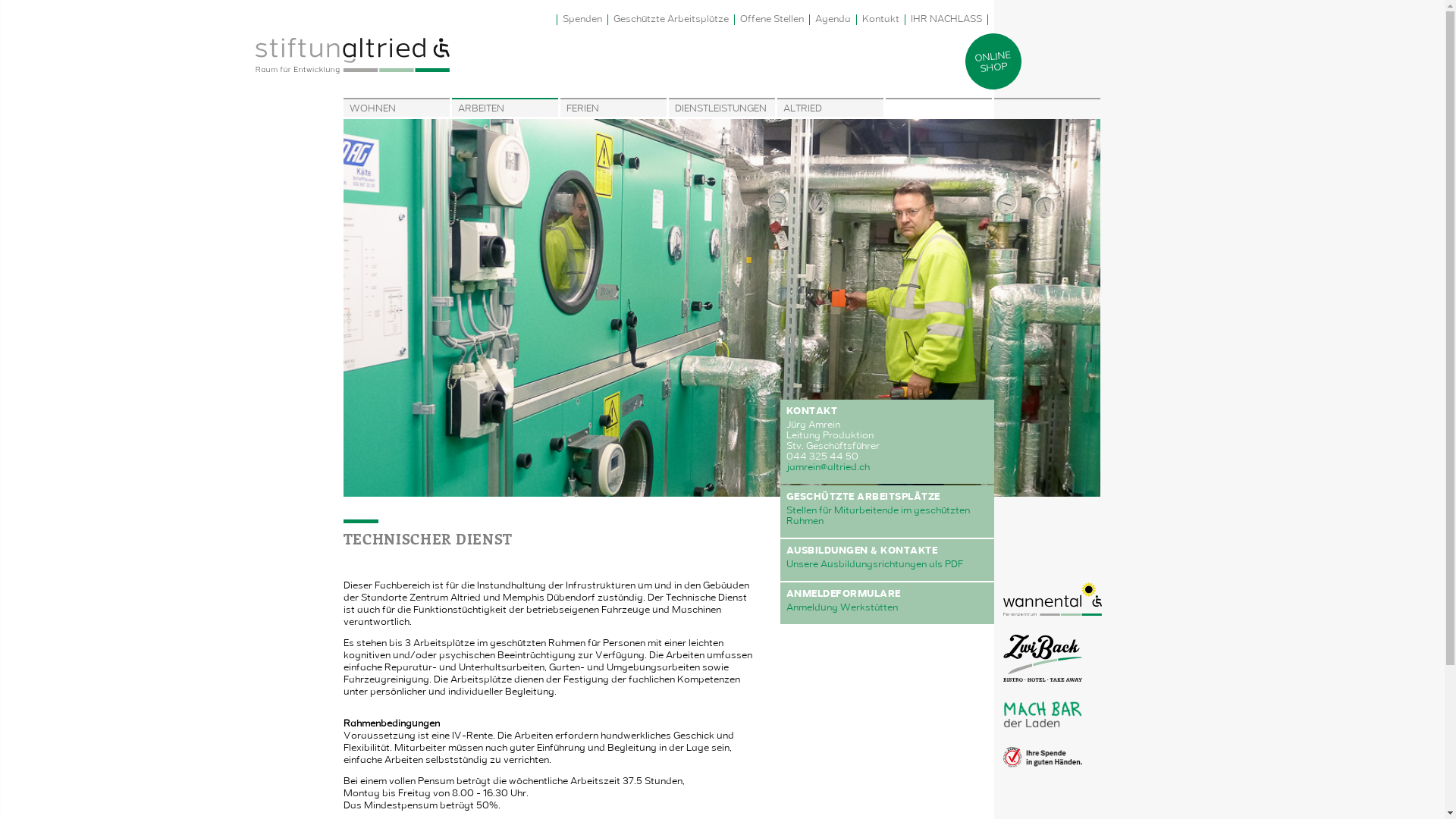  What do you see at coordinates (771, 20) in the screenshot?
I see `'Offene Stellen'` at bounding box center [771, 20].